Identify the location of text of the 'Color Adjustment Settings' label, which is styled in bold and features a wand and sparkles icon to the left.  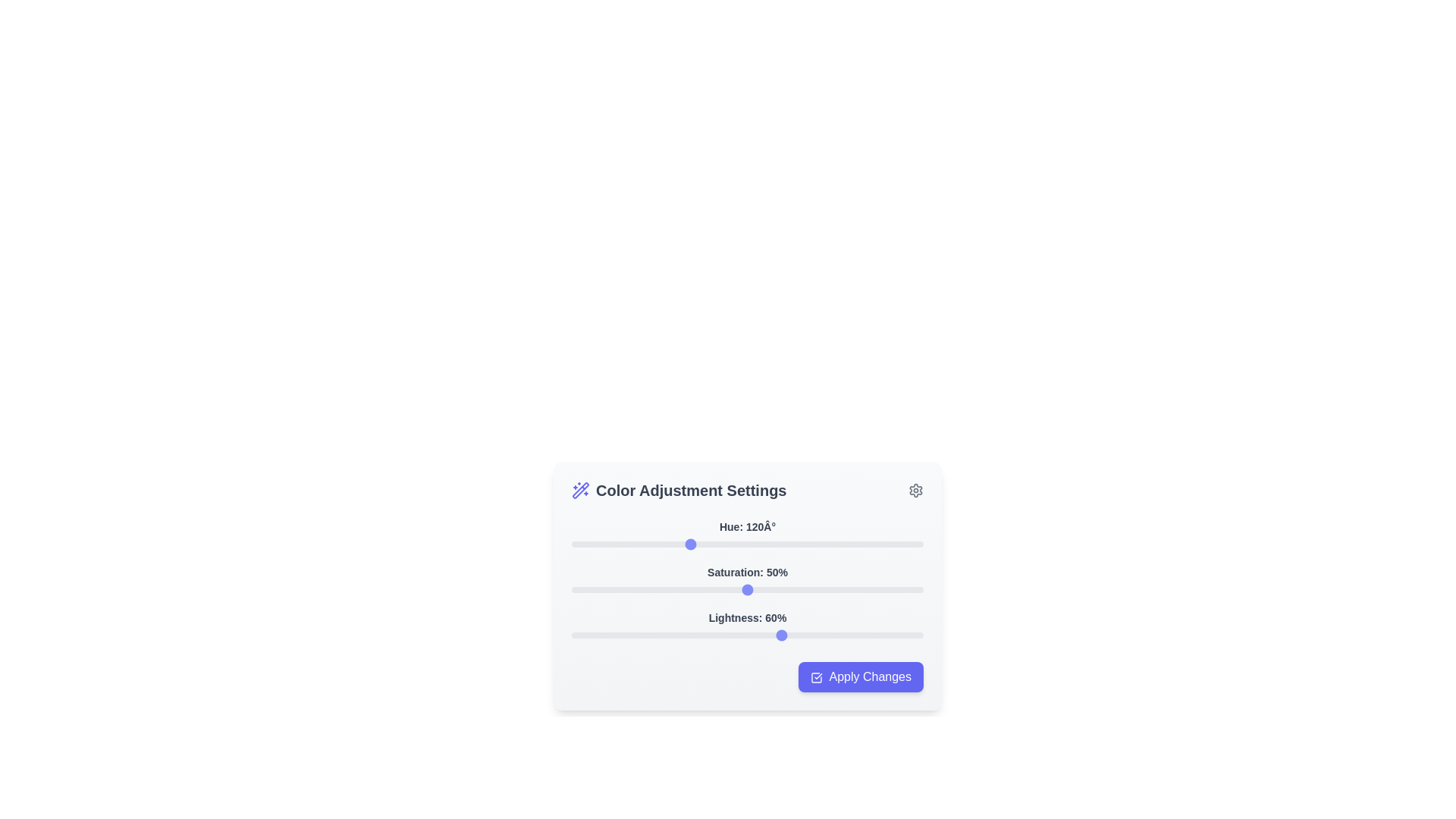
(678, 491).